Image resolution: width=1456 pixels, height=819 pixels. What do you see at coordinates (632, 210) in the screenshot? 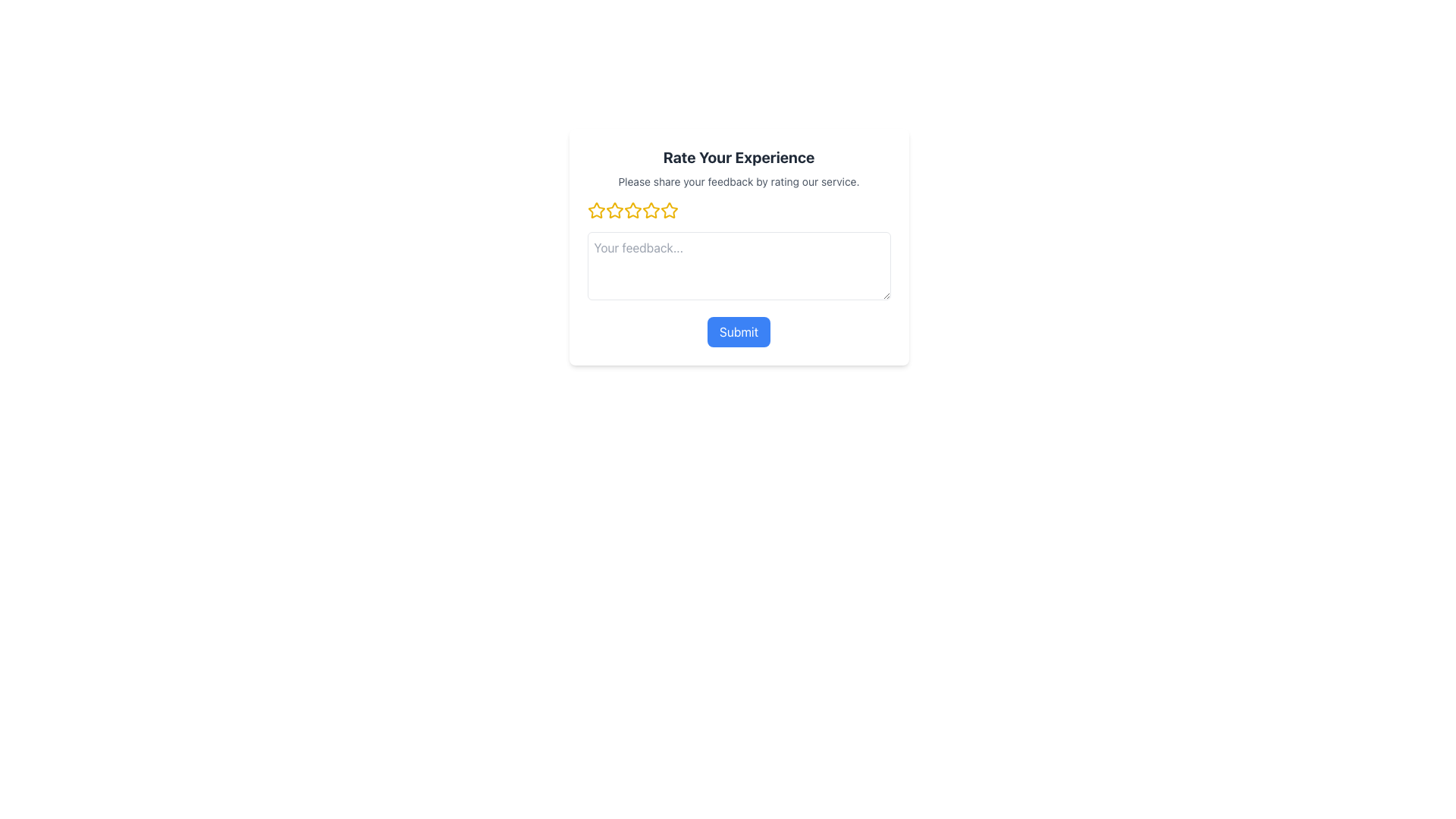
I see `the second star in the rating component` at bounding box center [632, 210].